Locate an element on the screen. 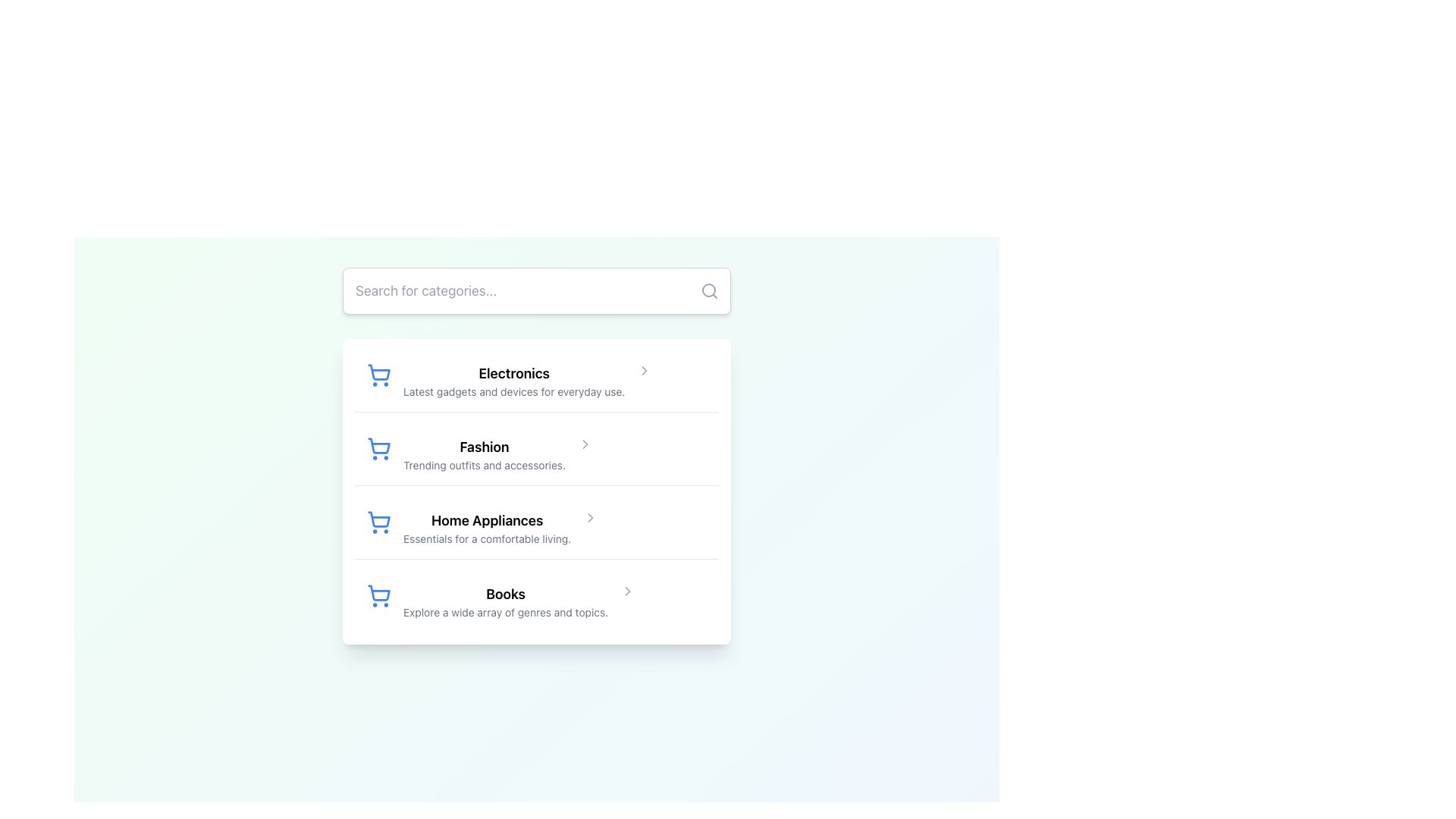  the chevron icon button located to the far right of the 'Fashion Trending outfits and accessories' list item is located at coordinates (585, 444).